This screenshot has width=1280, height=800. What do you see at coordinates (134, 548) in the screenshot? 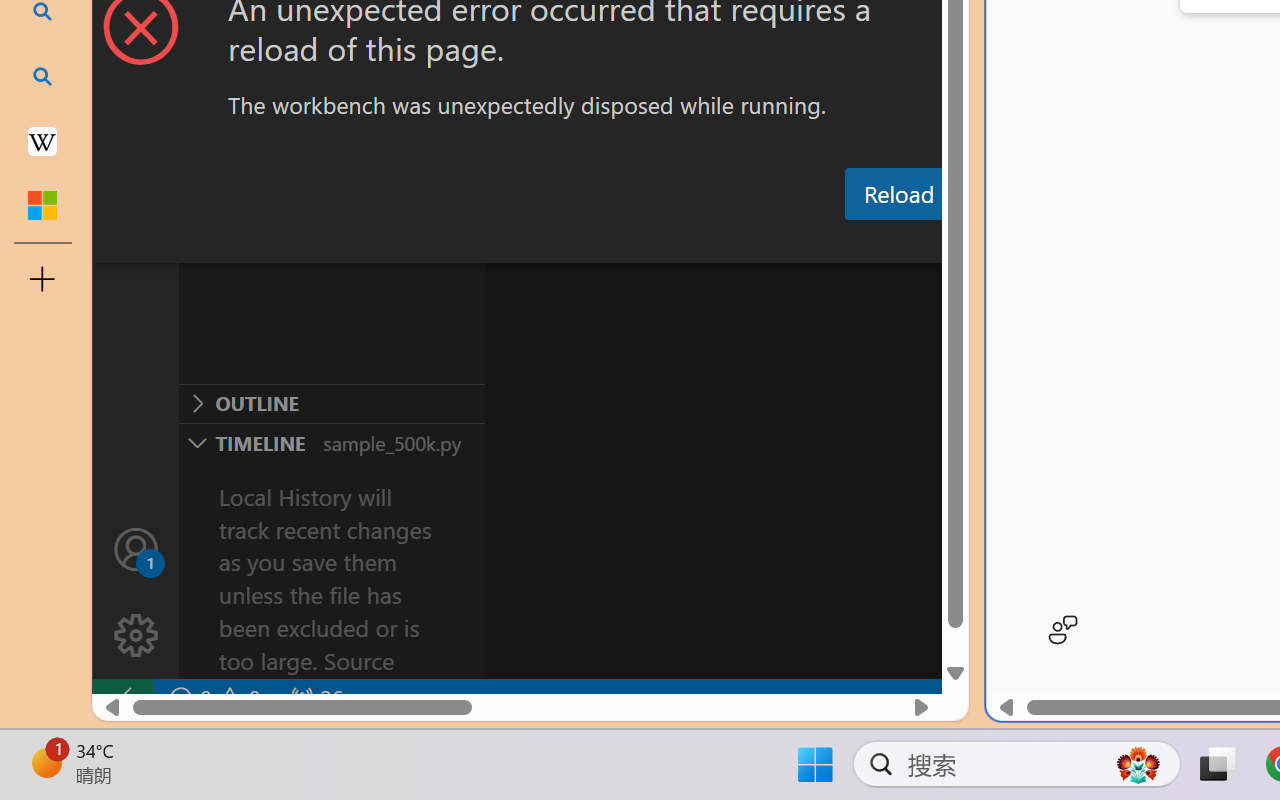
I see `'Accounts - Sign in requested'` at bounding box center [134, 548].